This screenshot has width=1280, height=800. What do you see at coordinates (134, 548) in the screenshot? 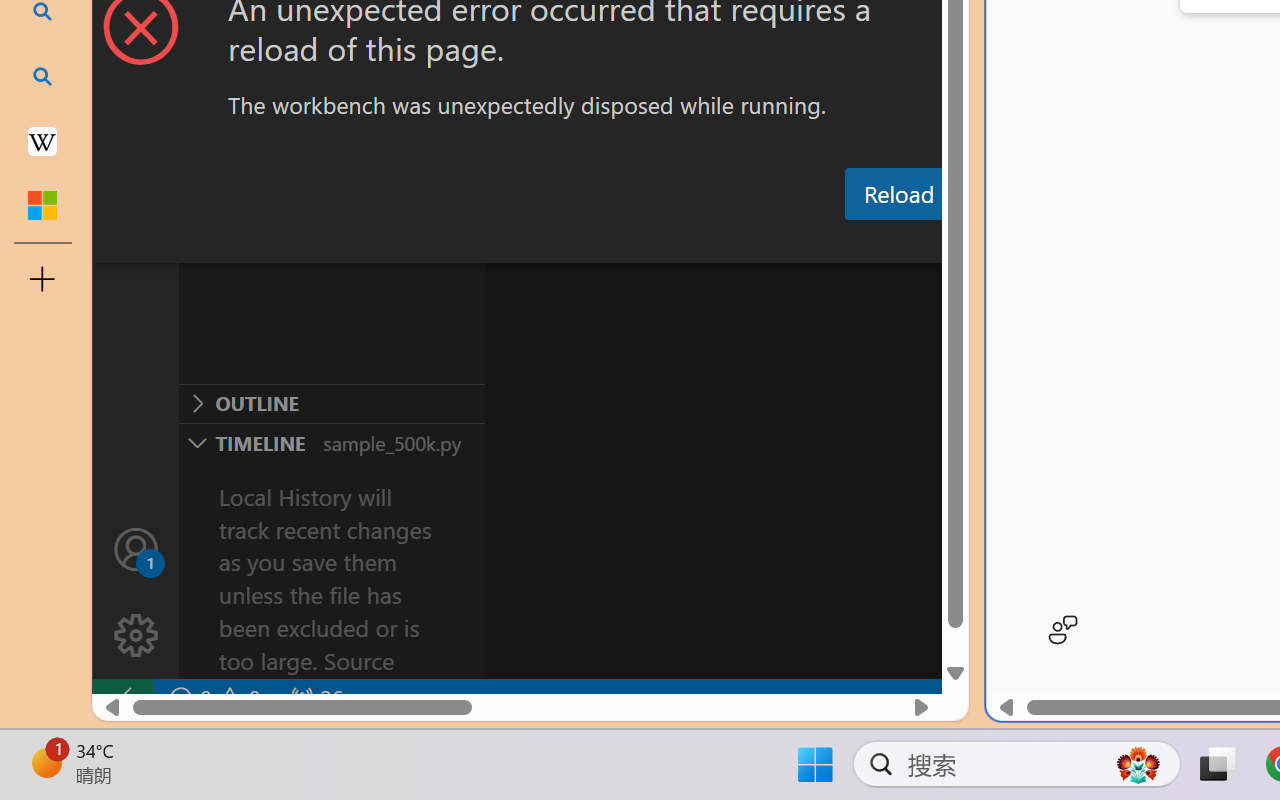
I see `'Accounts - Sign in requested'` at bounding box center [134, 548].